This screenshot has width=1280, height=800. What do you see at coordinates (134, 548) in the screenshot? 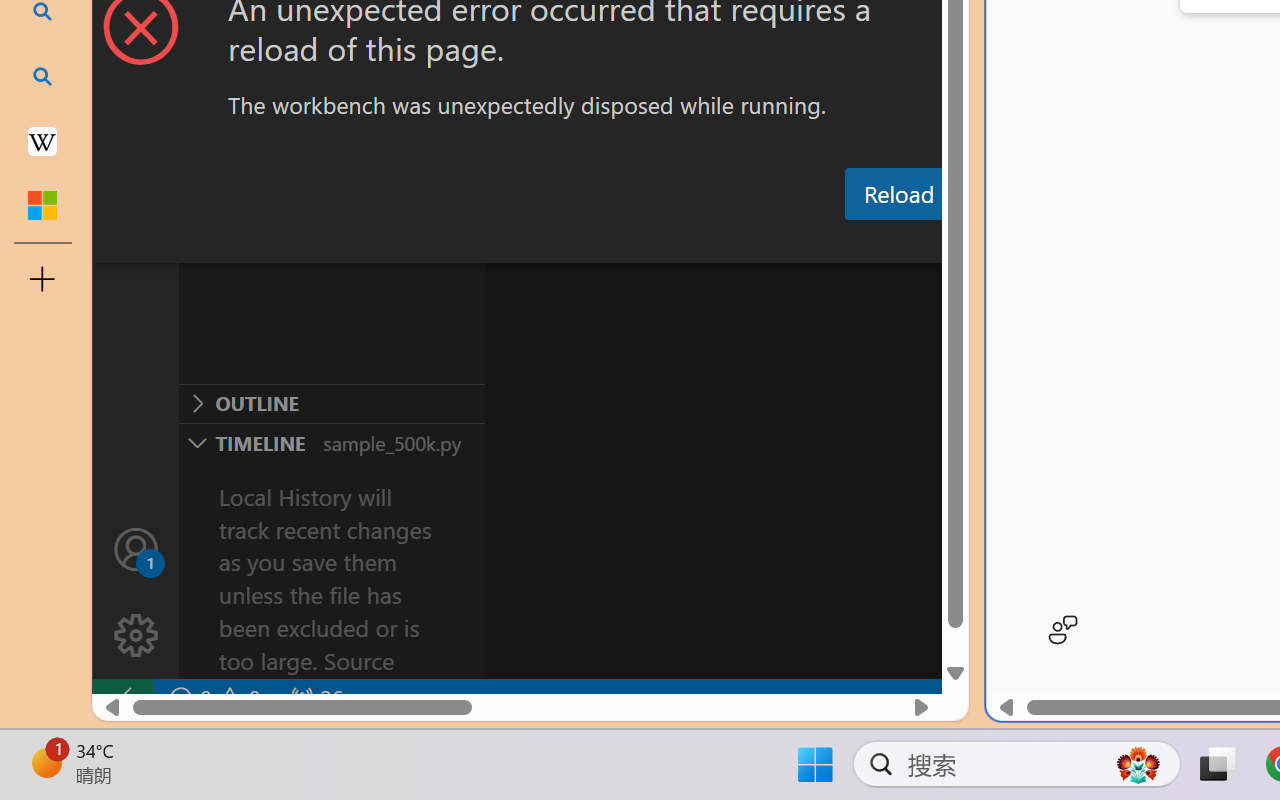
I see `'Accounts - Sign in requested'` at bounding box center [134, 548].